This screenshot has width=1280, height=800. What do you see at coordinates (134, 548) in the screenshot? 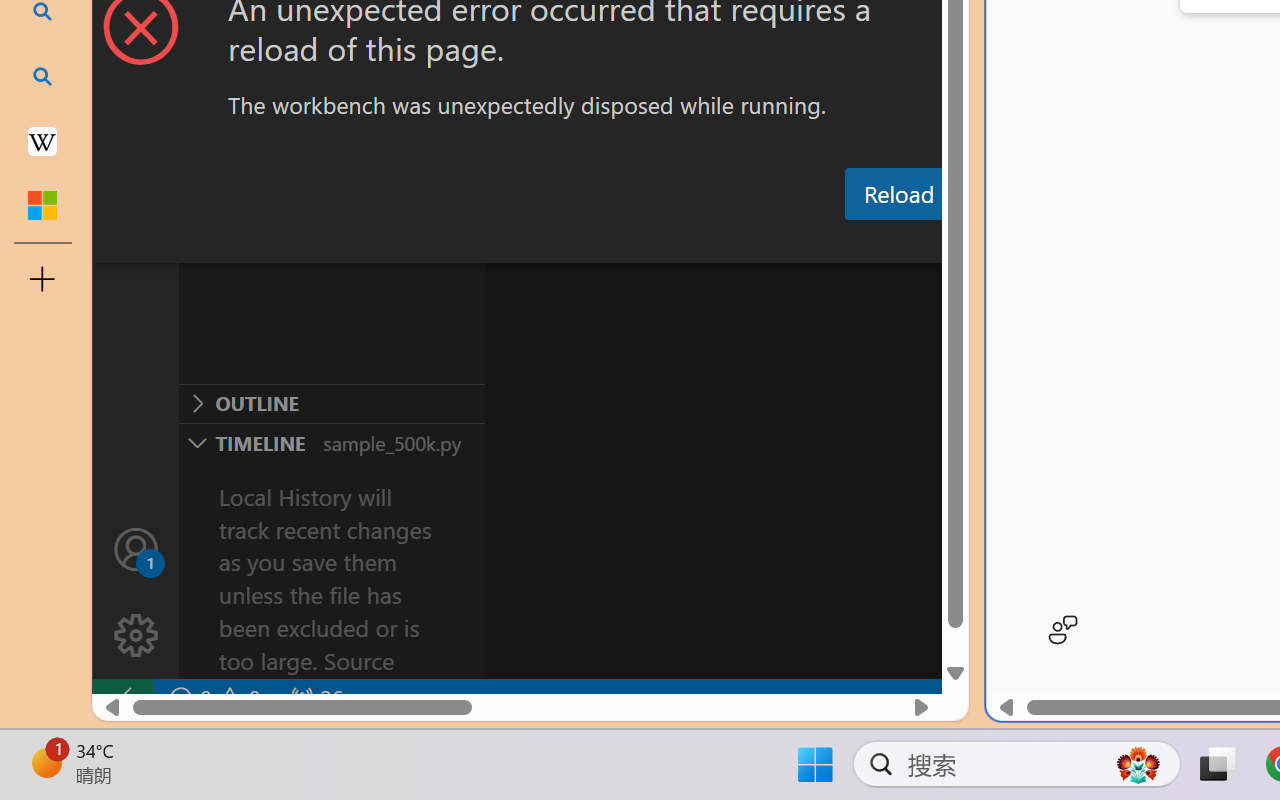
I see `'Accounts - Sign in requested'` at bounding box center [134, 548].